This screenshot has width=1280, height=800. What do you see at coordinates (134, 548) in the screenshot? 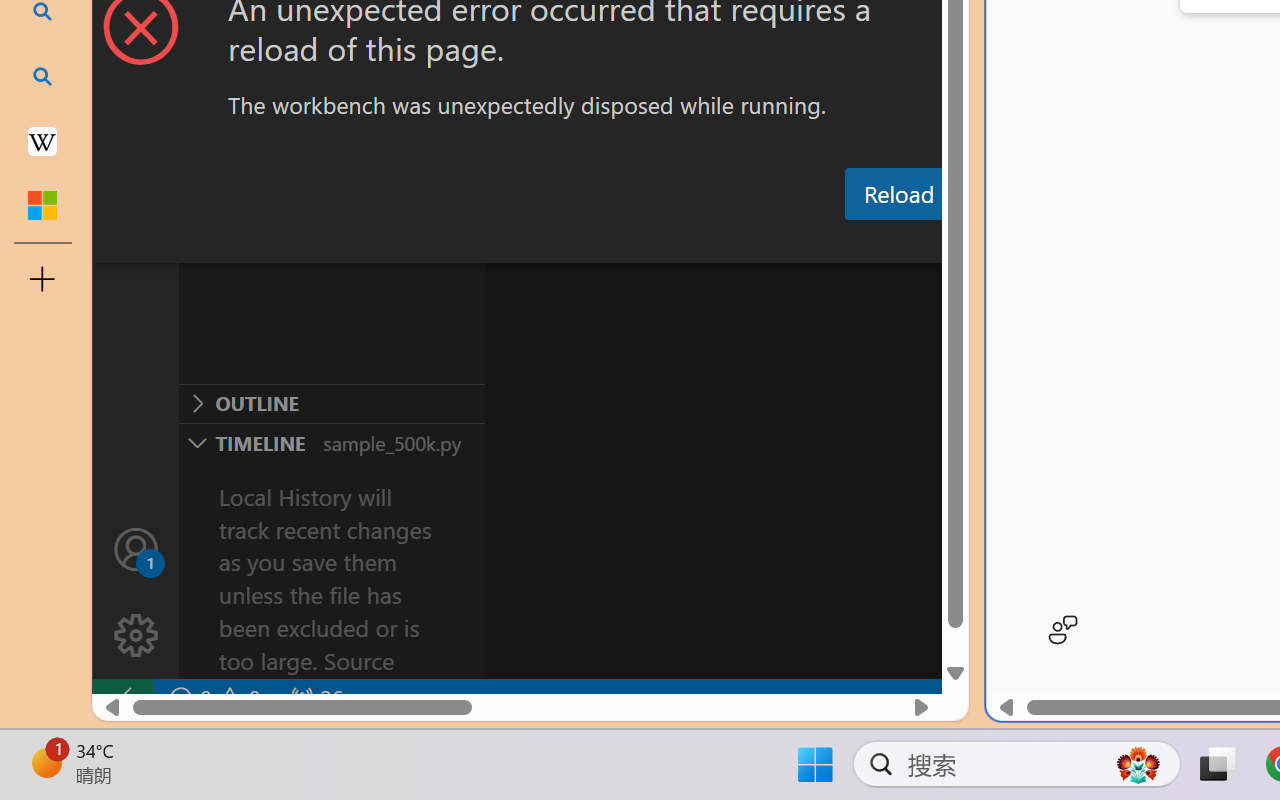
I see `'Accounts - Sign in requested'` at bounding box center [134, 548].